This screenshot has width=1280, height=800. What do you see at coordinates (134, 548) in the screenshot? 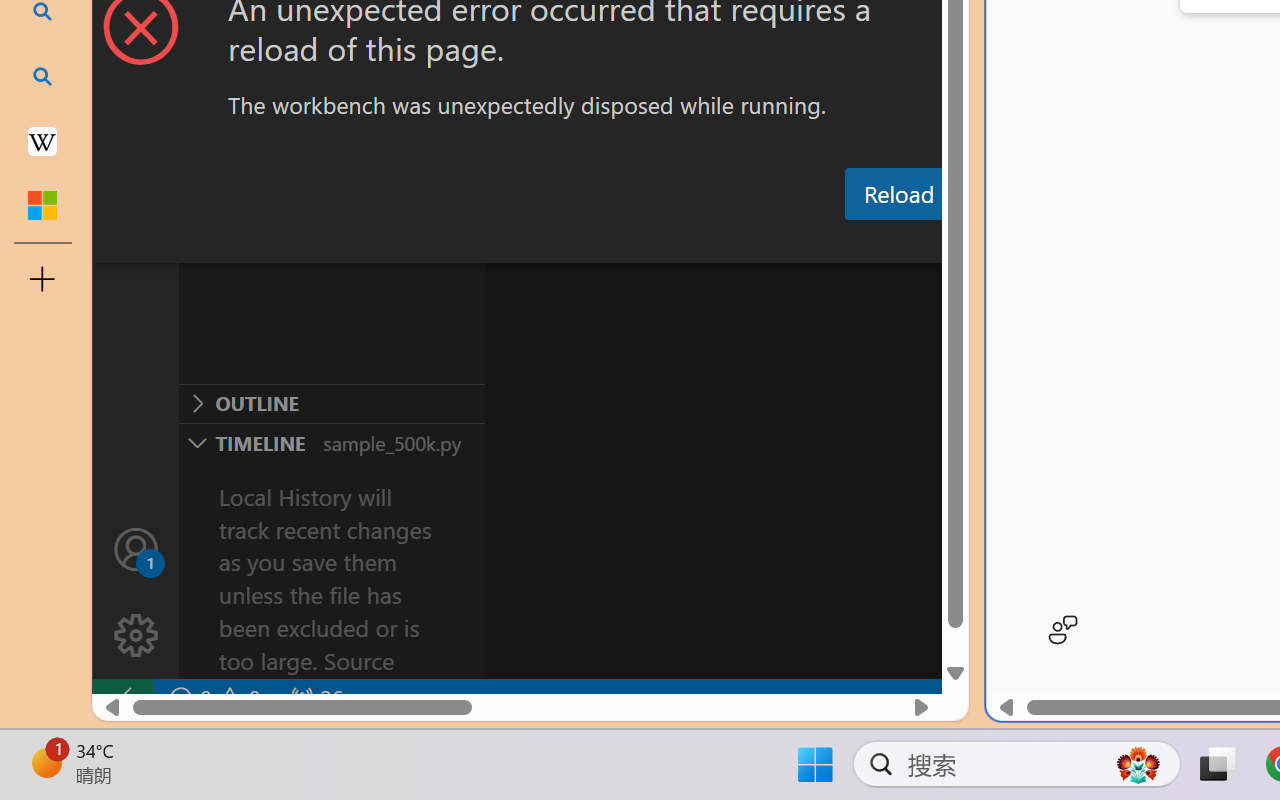
I see `'Accounts - Sign in requested'` at bounding box center [134, 548].